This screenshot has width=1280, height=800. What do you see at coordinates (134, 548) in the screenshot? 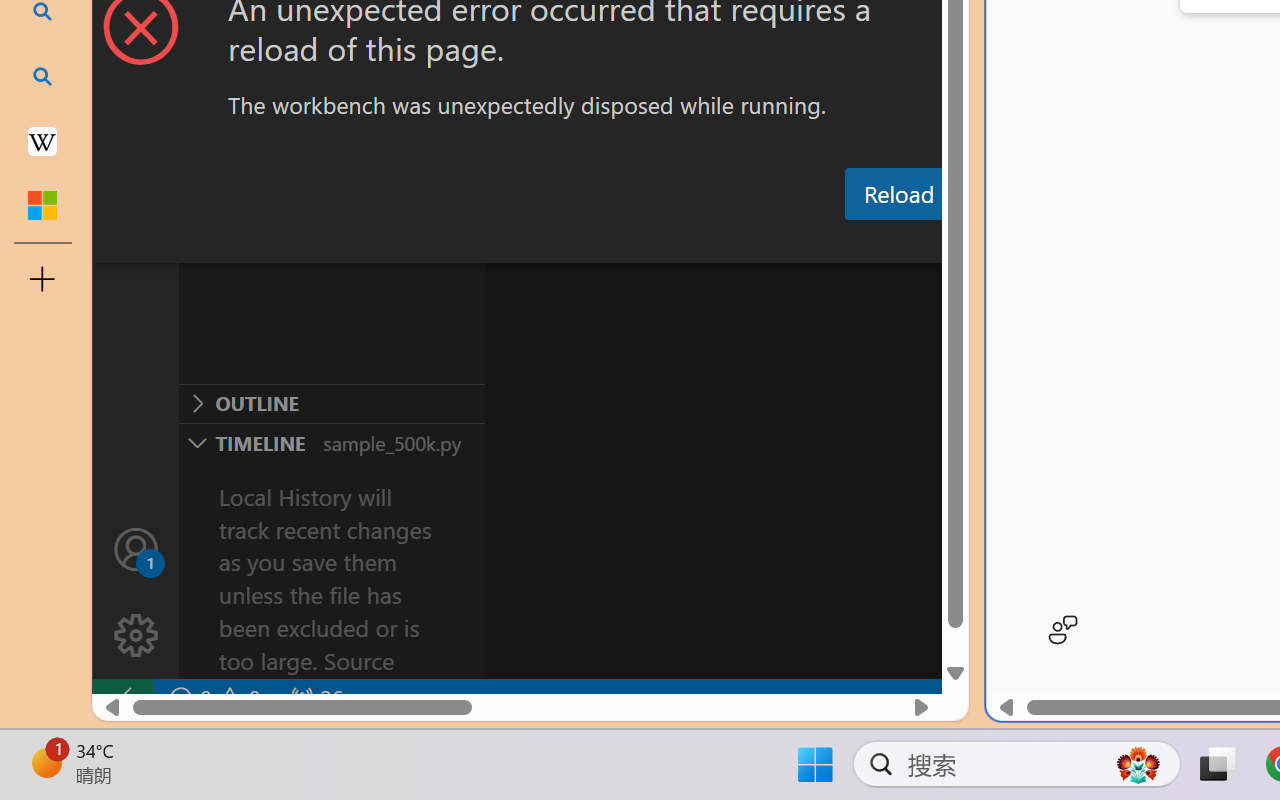
I see `'Accounts - Sign in requested'` at bounding box center [134, 548].